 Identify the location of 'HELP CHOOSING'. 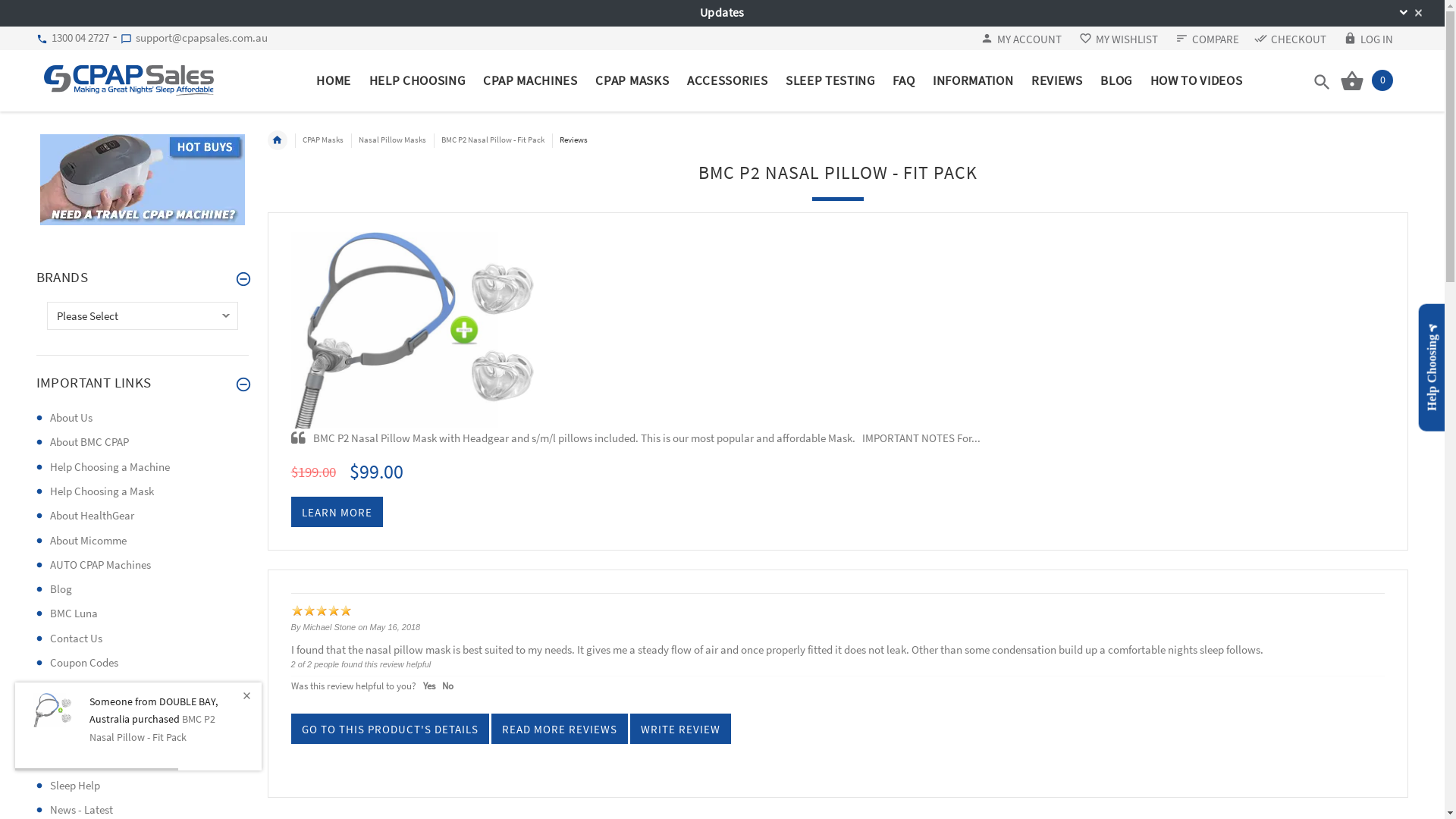
(417, 80).